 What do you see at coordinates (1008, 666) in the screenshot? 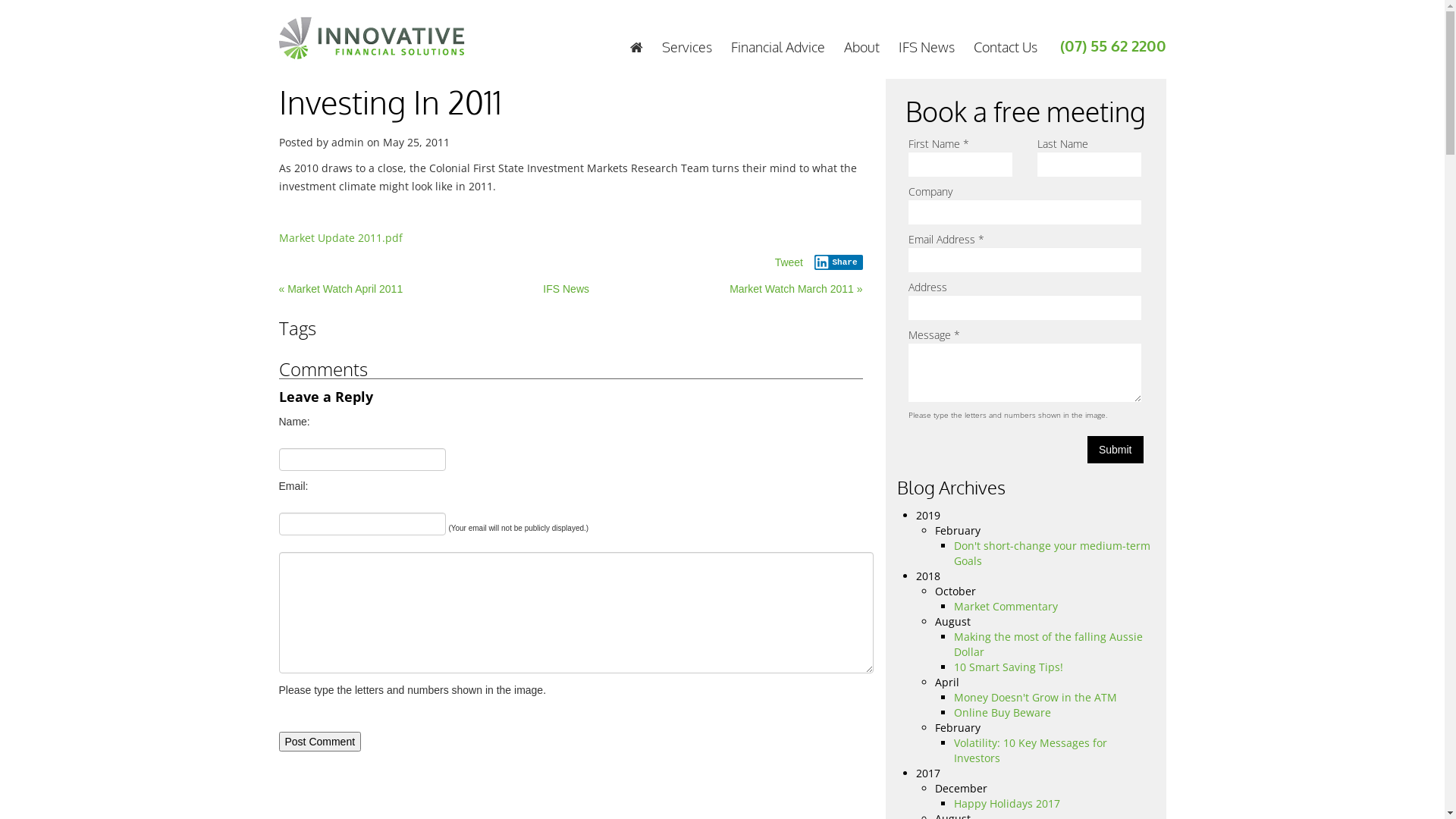
I see `'10 Smart Saving Tips!'` at bounding box center [1008, 666].